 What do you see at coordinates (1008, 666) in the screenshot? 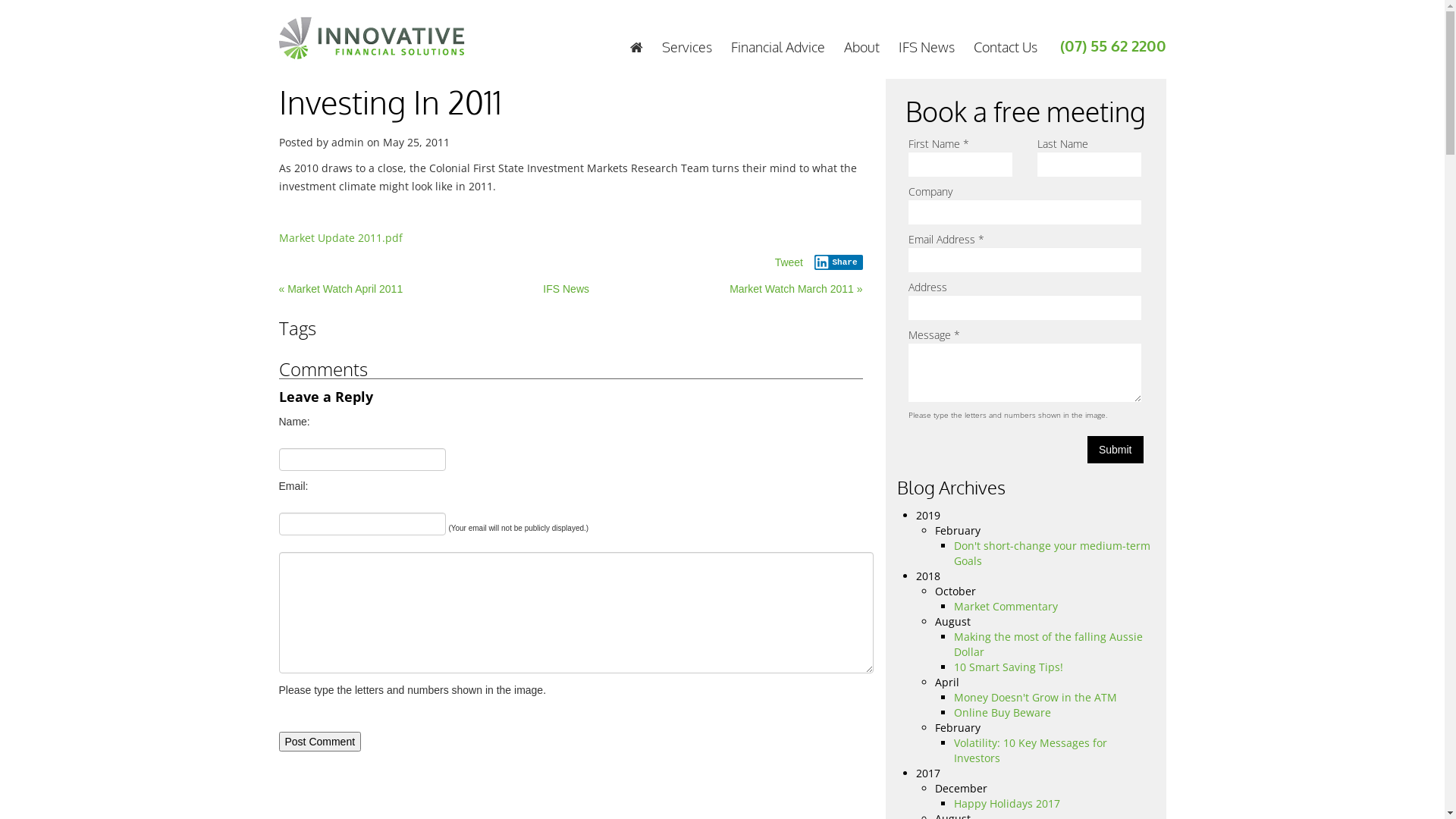
I see `'10 Smart Saving Tips!'` at bounding box center [1008, 666].